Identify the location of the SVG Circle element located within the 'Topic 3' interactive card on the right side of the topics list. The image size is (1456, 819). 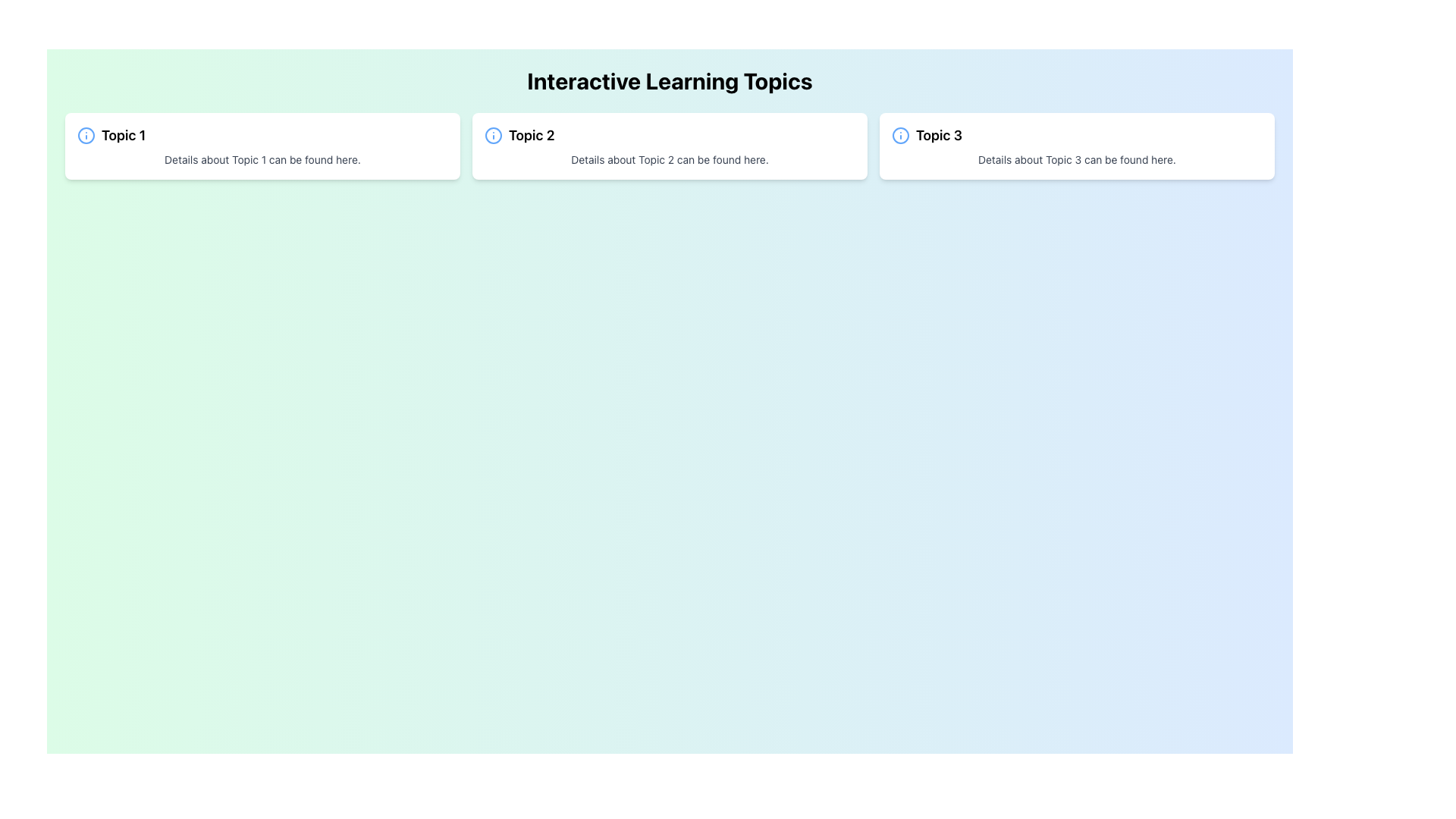
(901, 134).